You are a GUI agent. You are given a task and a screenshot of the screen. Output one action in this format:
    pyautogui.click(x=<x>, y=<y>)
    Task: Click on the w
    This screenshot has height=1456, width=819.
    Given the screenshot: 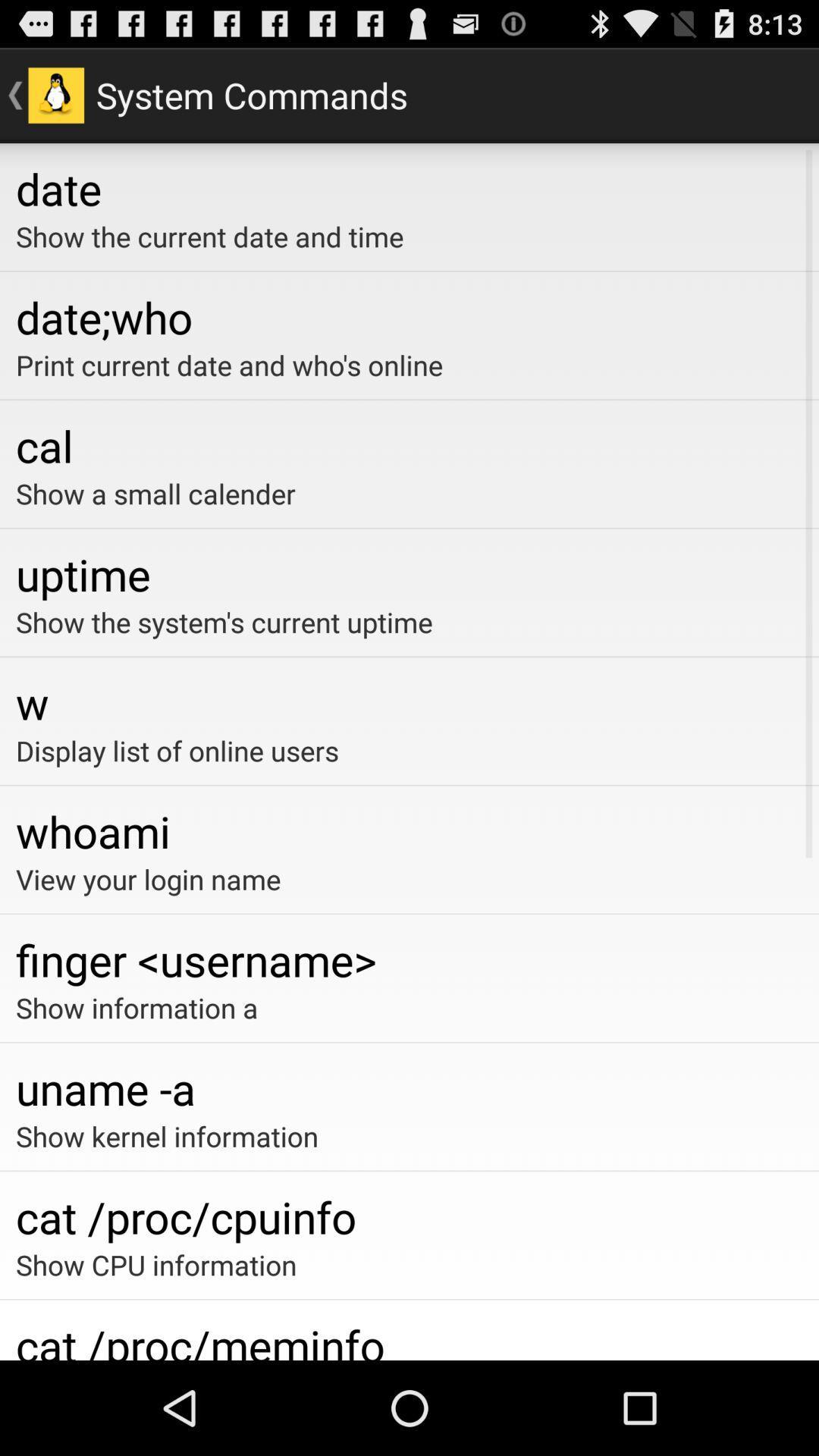 What is the action you would take?
    pyautogui.click(x=409, y=701)
    